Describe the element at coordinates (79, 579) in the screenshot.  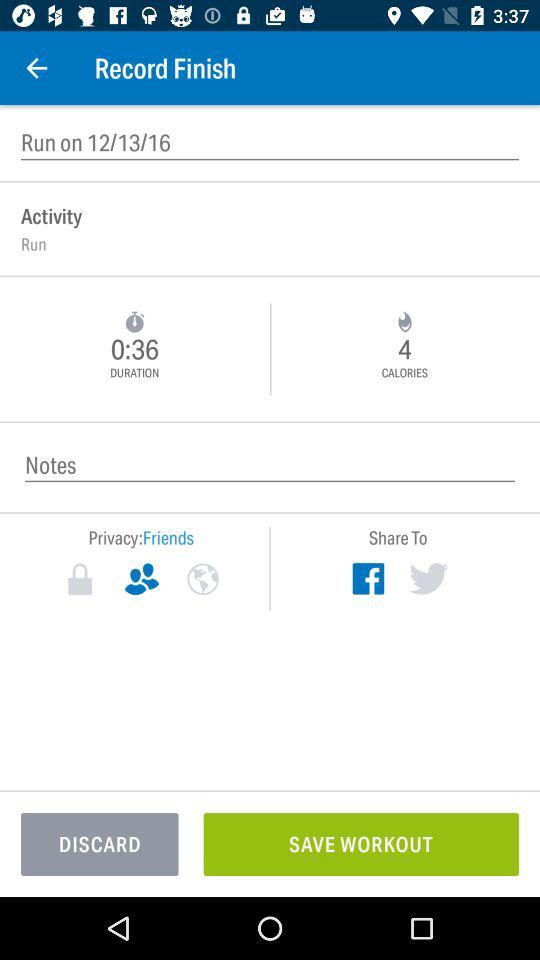
I see `icon below the privacy: icon` at that location.